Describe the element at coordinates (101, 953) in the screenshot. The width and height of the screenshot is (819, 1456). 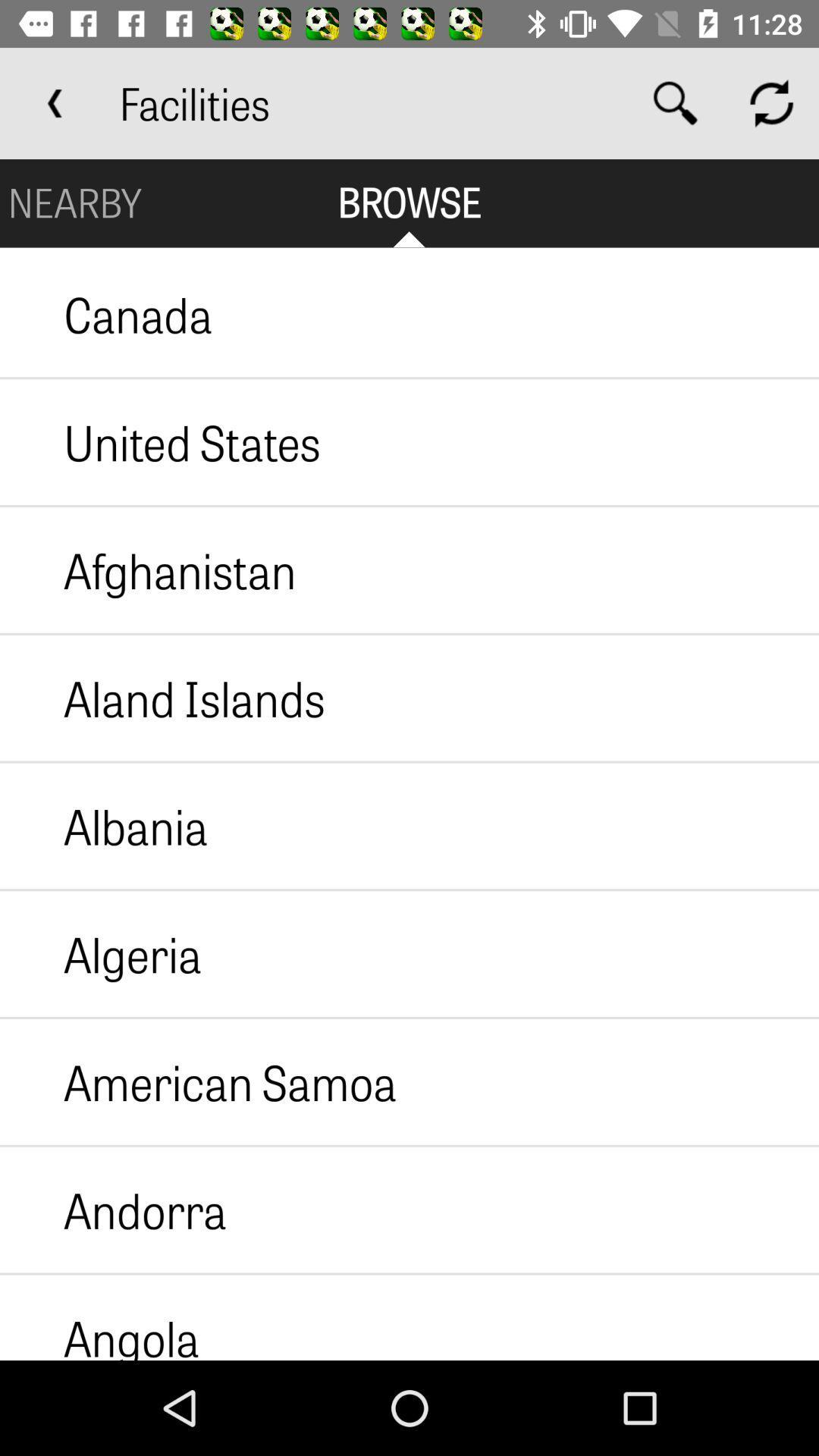
I see `item above the american samoa` at that location.